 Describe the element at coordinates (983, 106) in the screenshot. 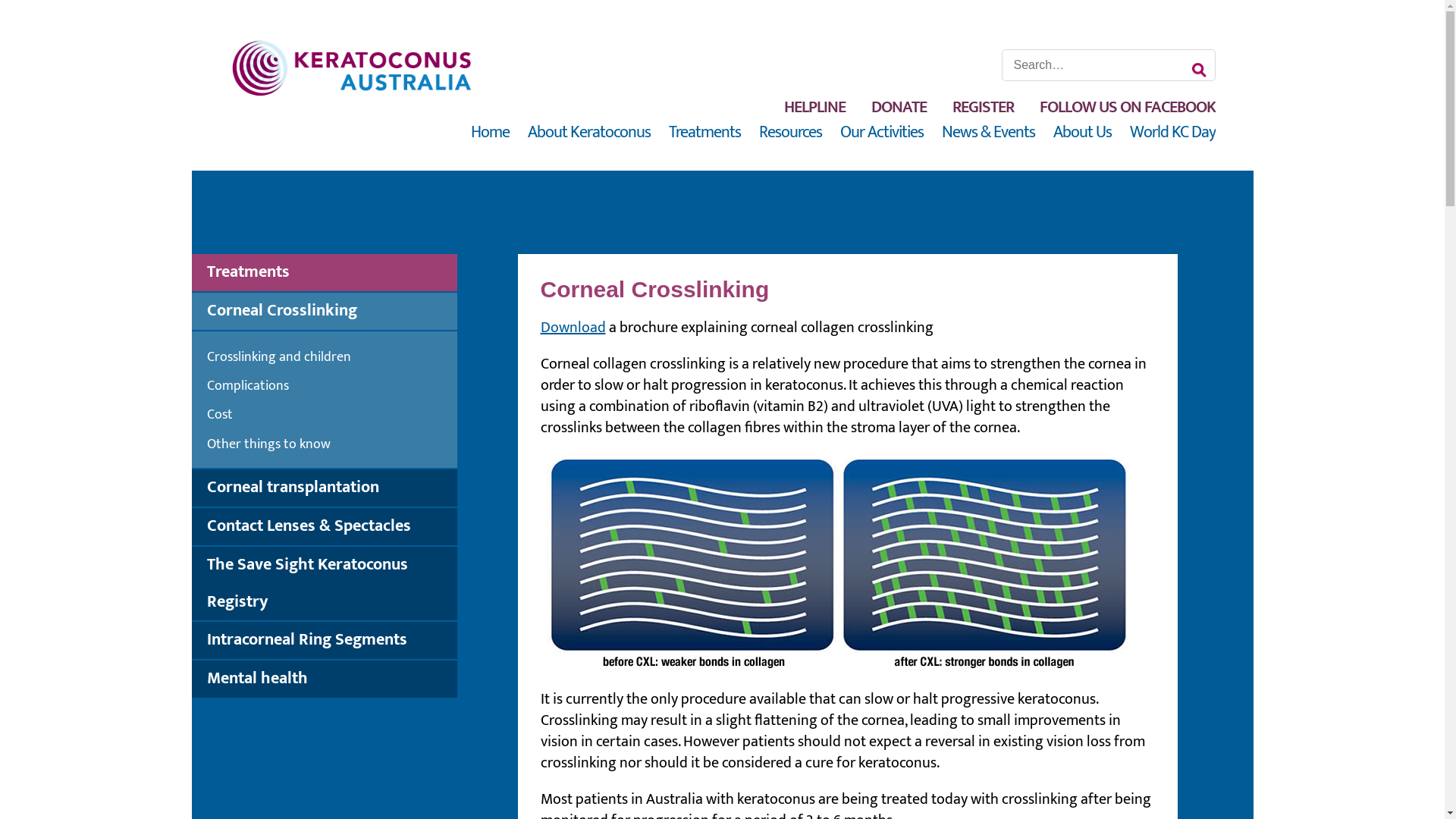

I see `'REGISTER'` at that location.